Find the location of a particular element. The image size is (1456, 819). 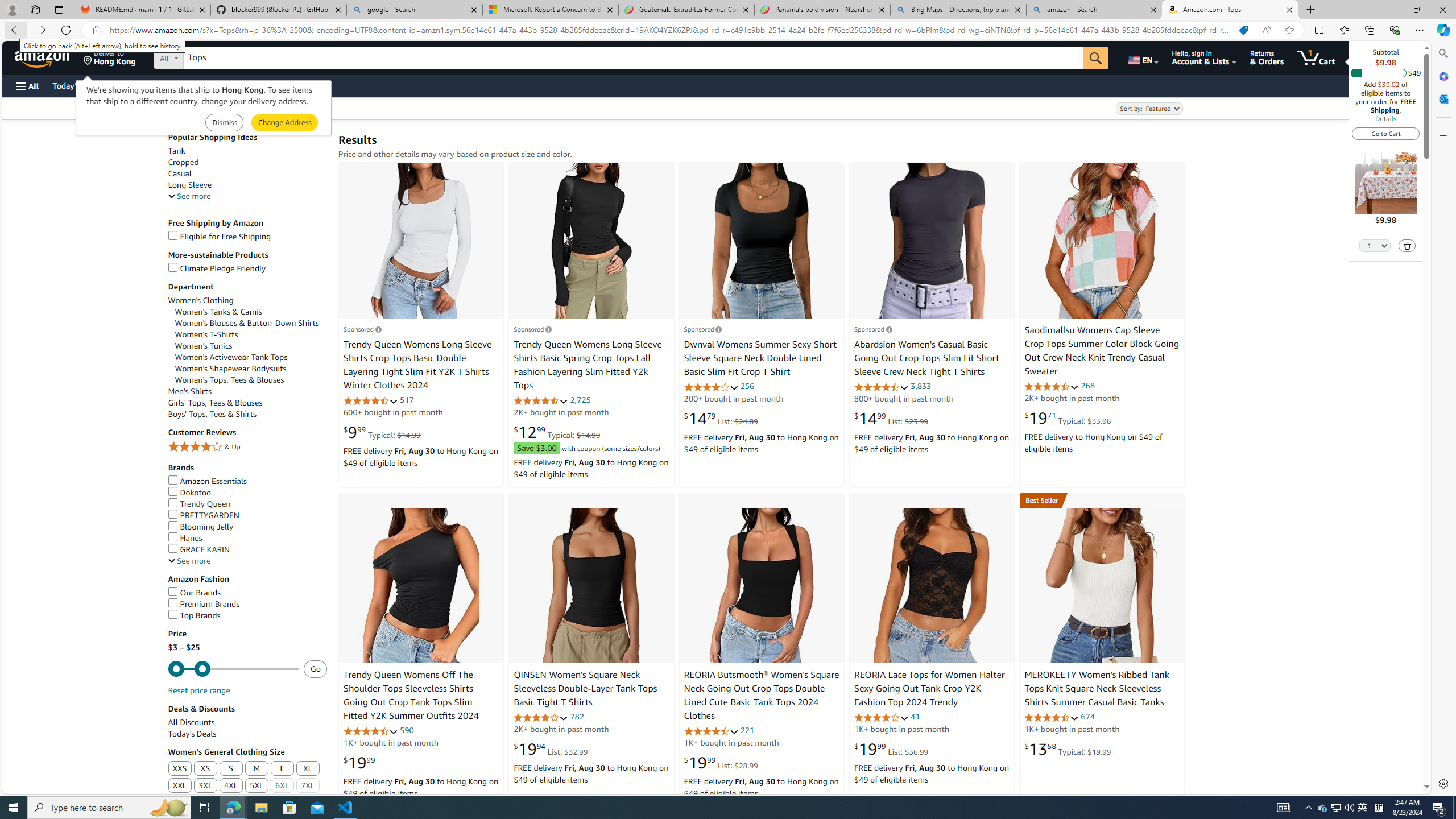

'XXS' is located at coordinates (179, 768).